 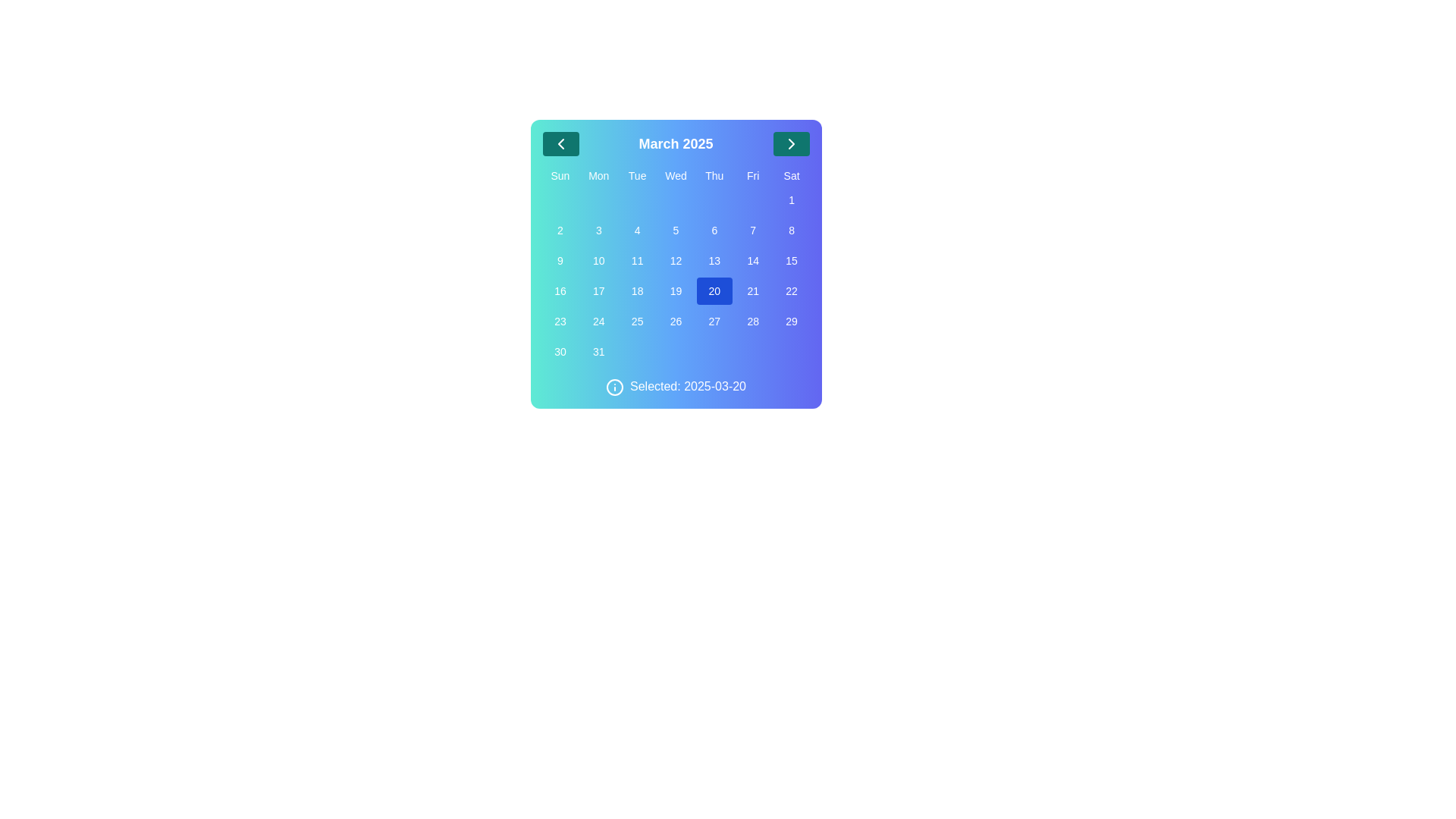 What do you see at coordinates (791, 231) in the screenshot?
I see `the rounded rectangular button labeled '8' in the calendar grid under the 'Sat' column` at bounding box center [791, 231].